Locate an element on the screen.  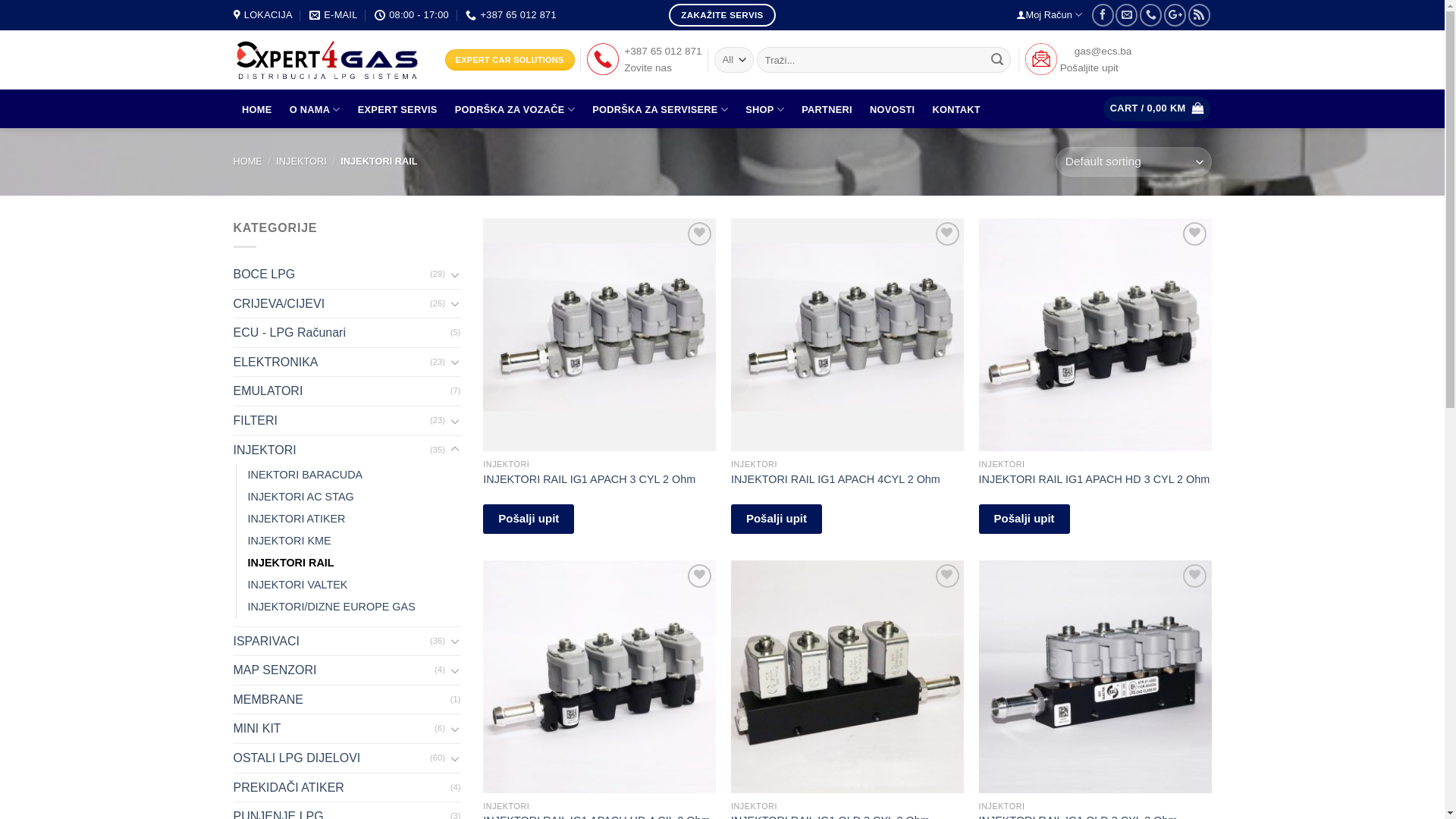
'ISPARIVACI' is located at coordinates (331, 641).